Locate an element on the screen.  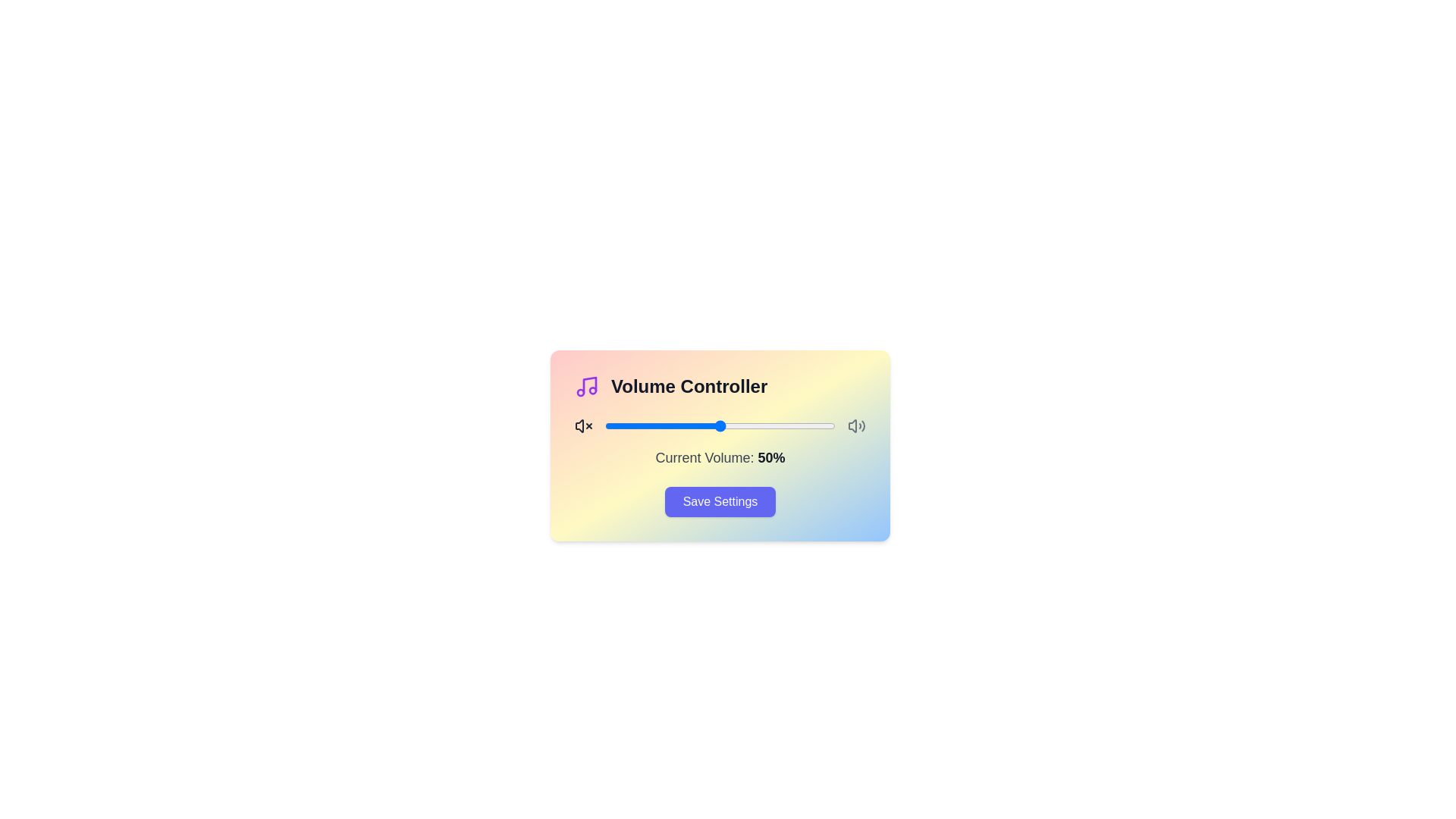
the maximum volume icon to set the volume to 100% is located at coordinates (856, 426).